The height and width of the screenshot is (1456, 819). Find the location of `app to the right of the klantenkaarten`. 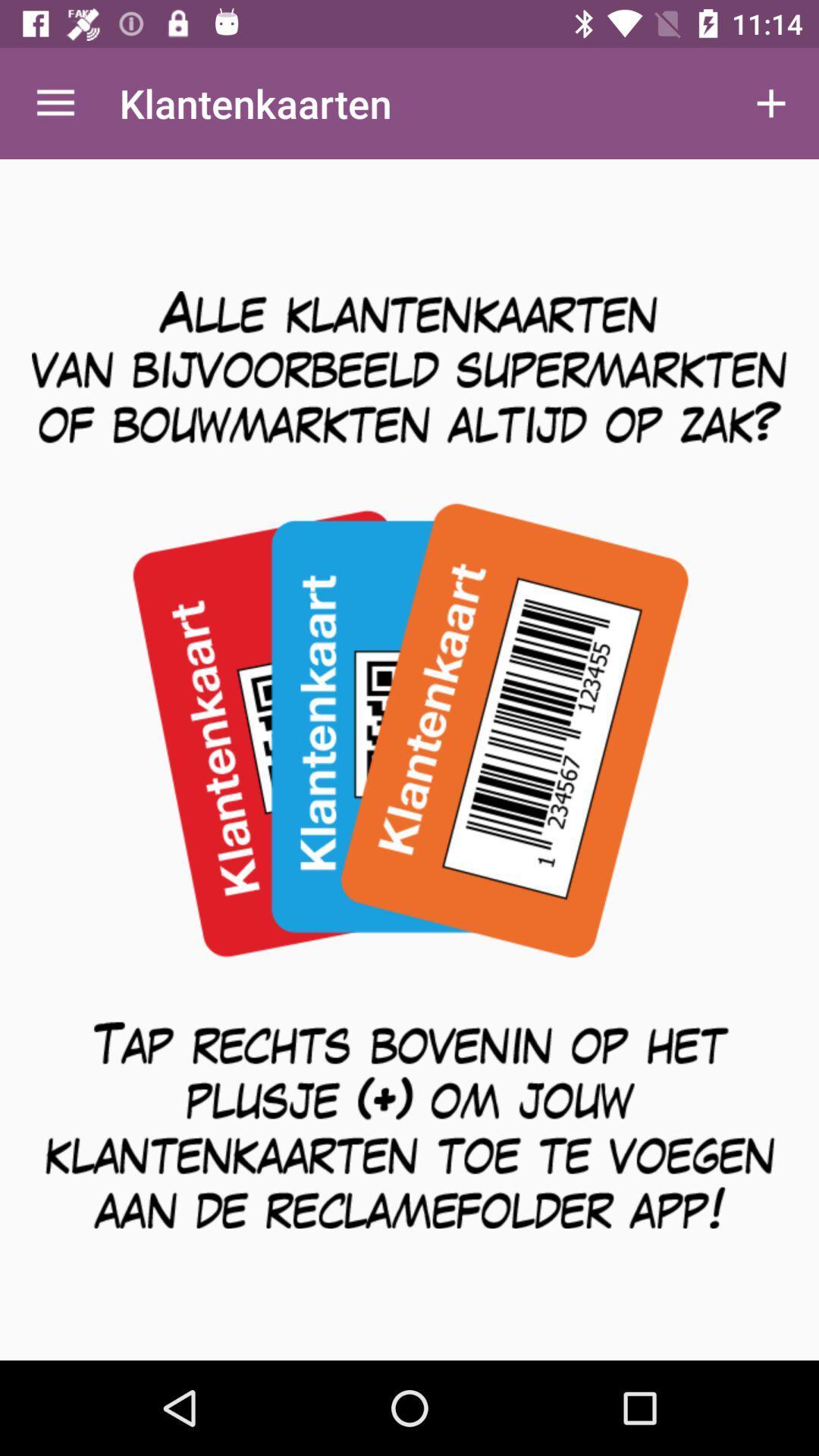

app to the right of the klantenkaarten is located at coordinates (771, 102).